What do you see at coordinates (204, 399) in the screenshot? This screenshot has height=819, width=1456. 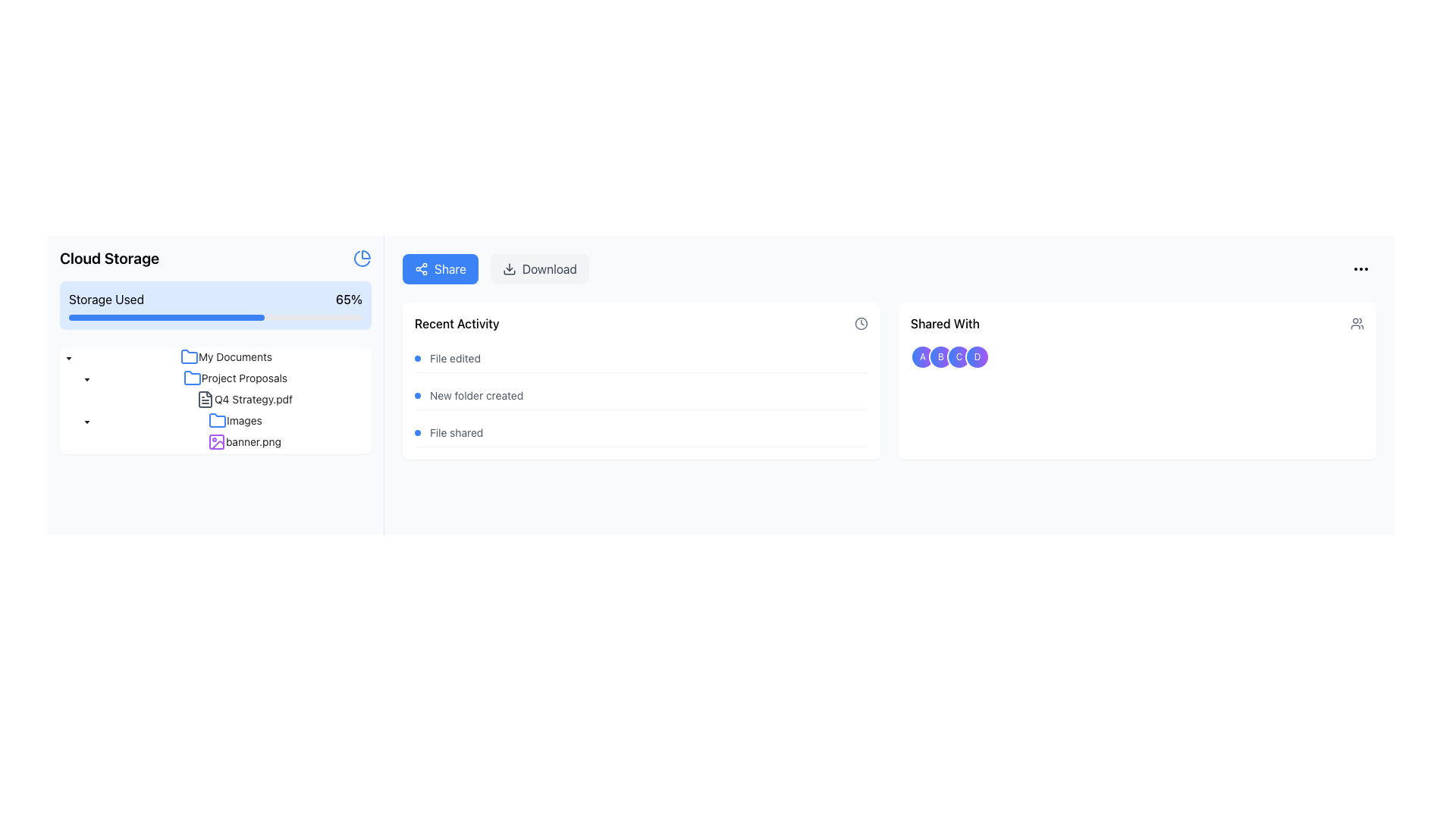 I see `the document icon styled in gray that indicates the file entry for 'Q4 Strategy.pdf' in the Cloud Storage section` at bounding box center [204, 399].